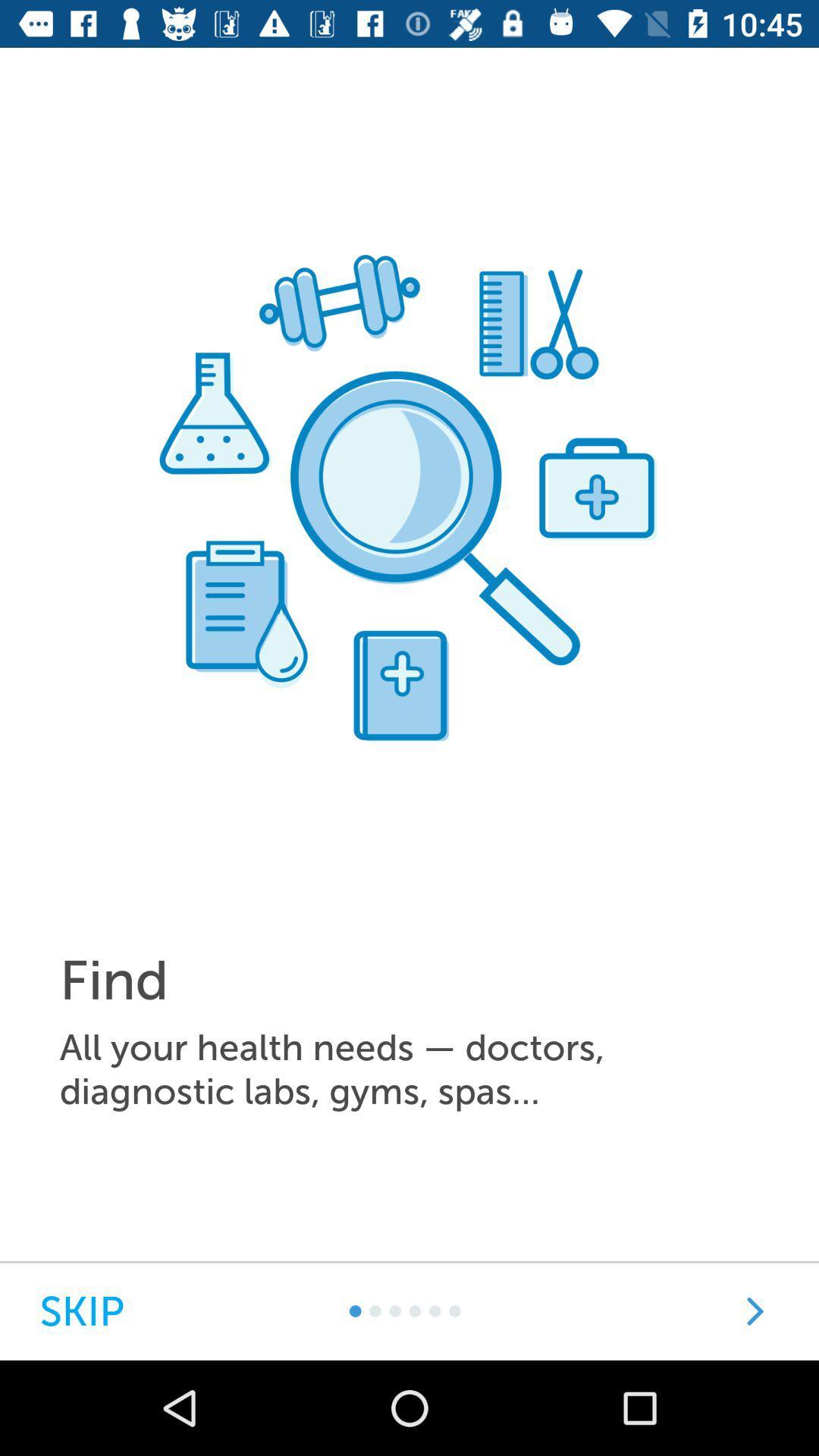 This screenshot has width=819, height=1456. I want to click on item at the bottom left corner, so click(82, 1310).